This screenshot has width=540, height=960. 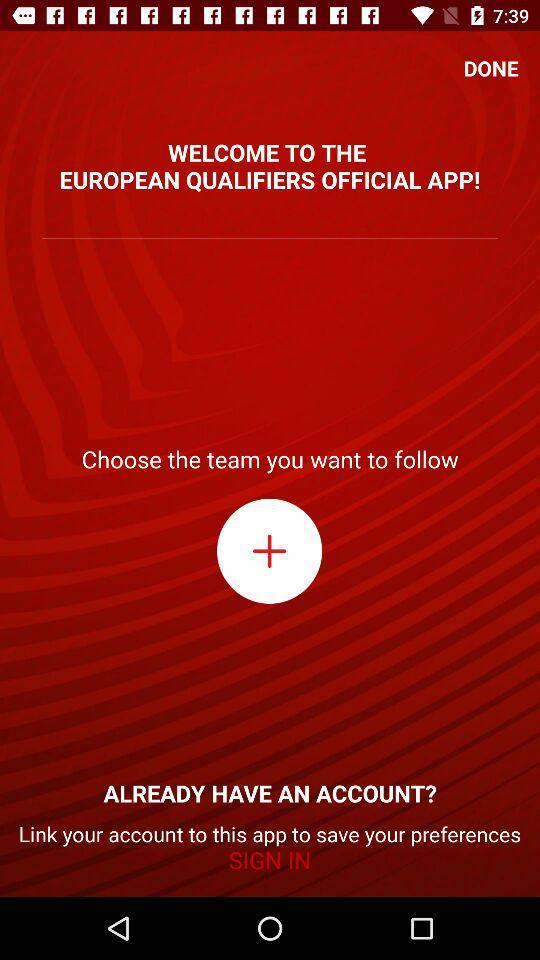 What do you see at coordinates (270, 846) in the screenshot?
I see `icon below already have an item` at bounding box center [270, 846].